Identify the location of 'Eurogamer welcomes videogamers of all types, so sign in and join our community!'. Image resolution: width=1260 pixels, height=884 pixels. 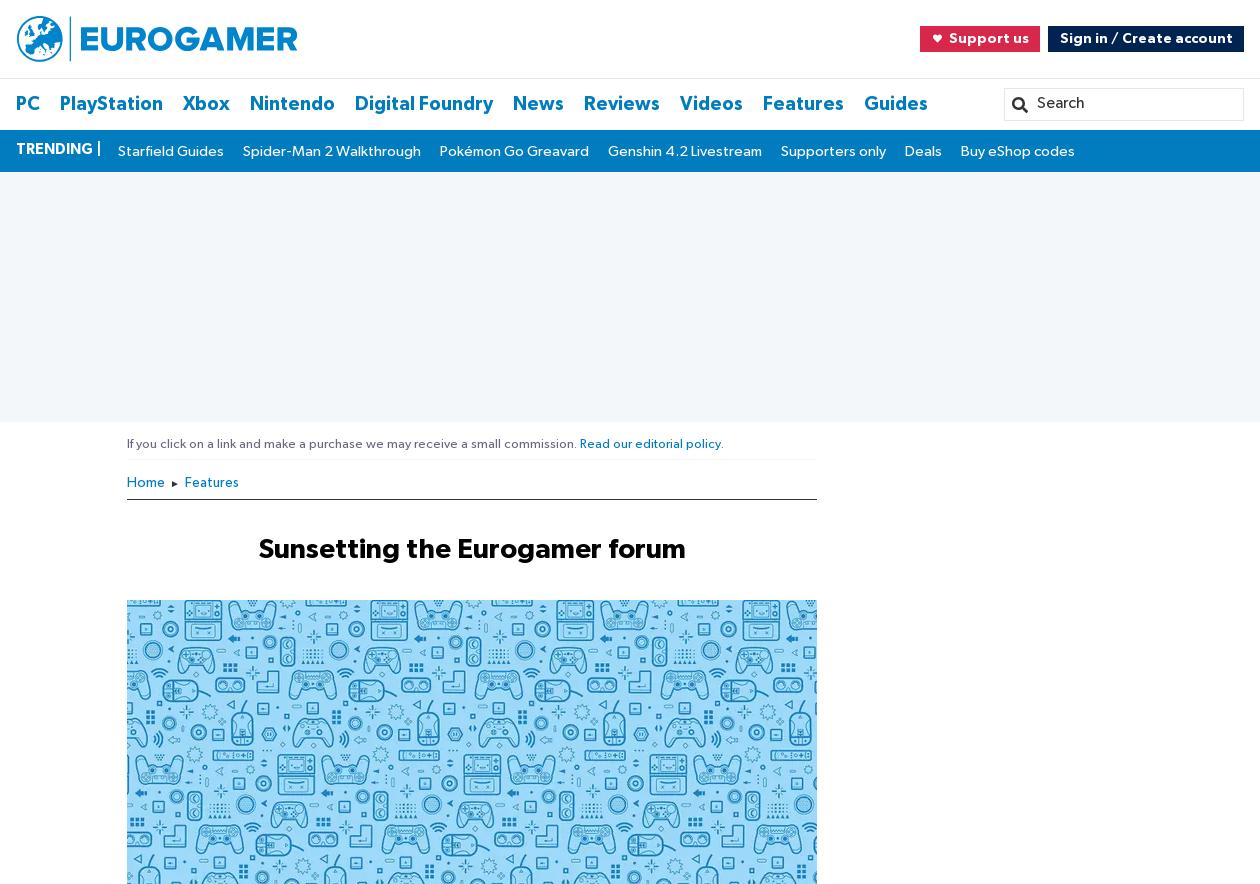
(295, 388).